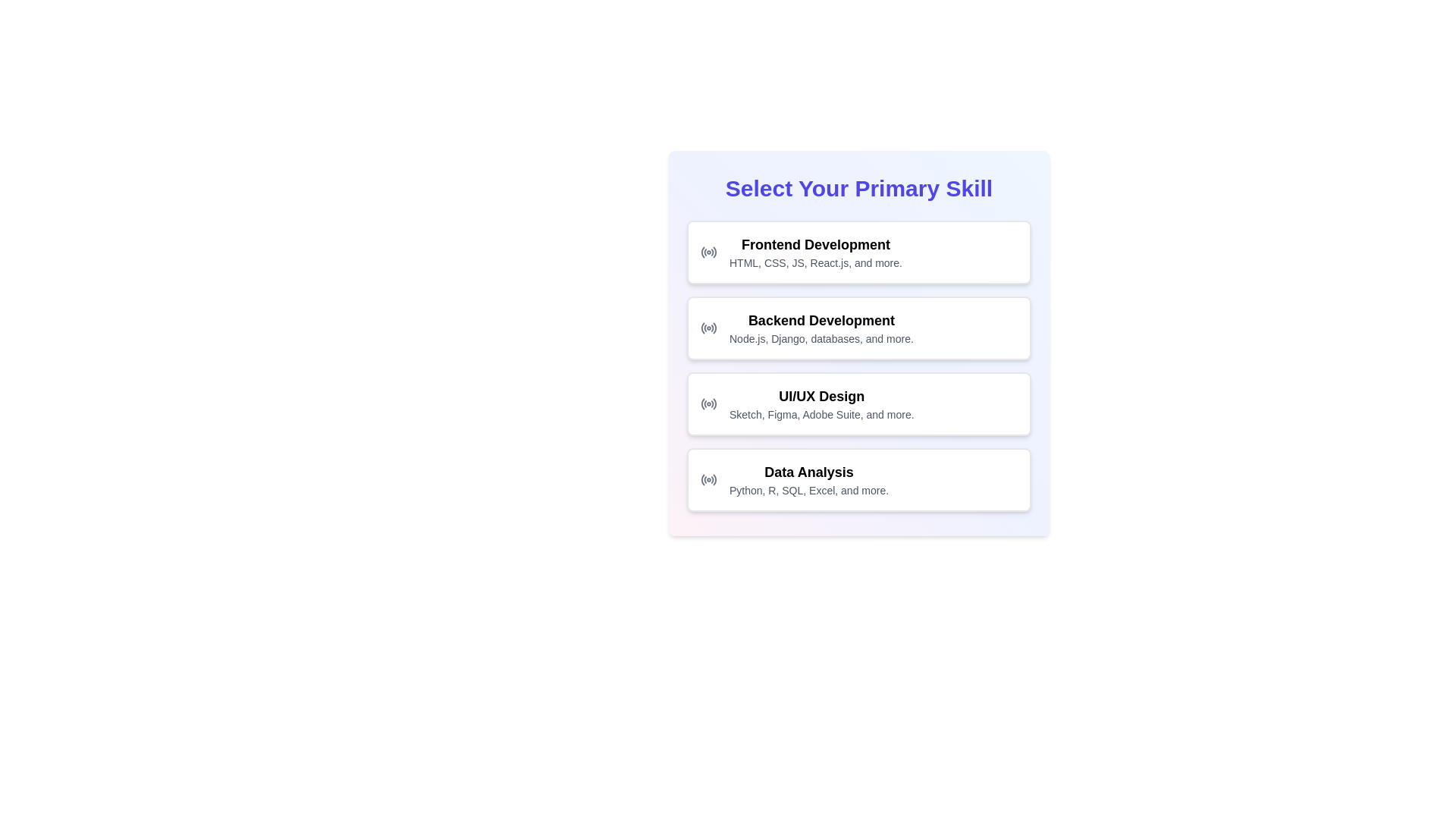  What do you see at coordinates (714, 479) in the screenshot?
I see `the curved line element that is part of the SVG graphic in the 'Data Analysis' section, styled like a radio wave indicator` at bounding box center [714, 479].